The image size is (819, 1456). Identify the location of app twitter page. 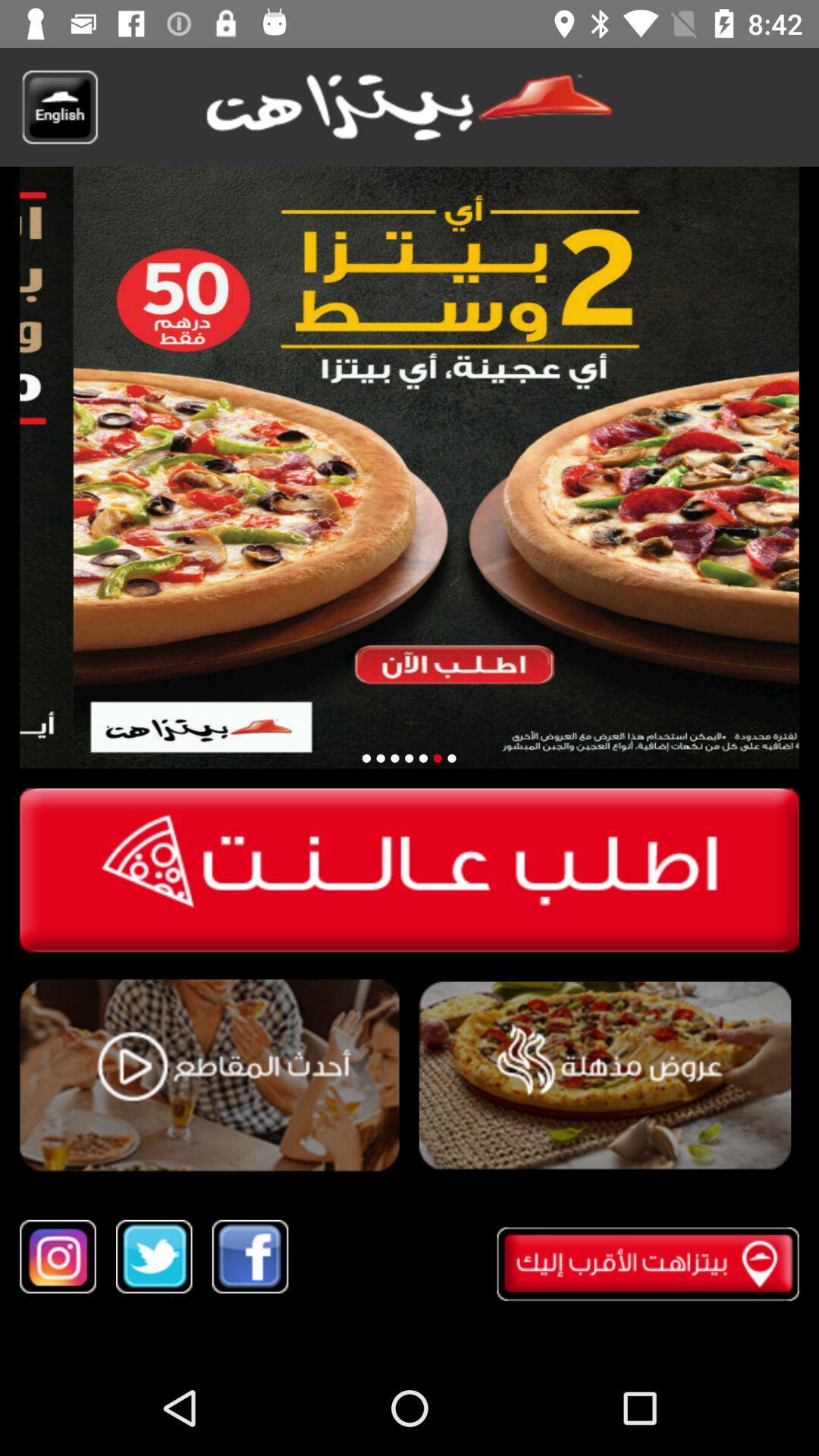
(154, 1257).